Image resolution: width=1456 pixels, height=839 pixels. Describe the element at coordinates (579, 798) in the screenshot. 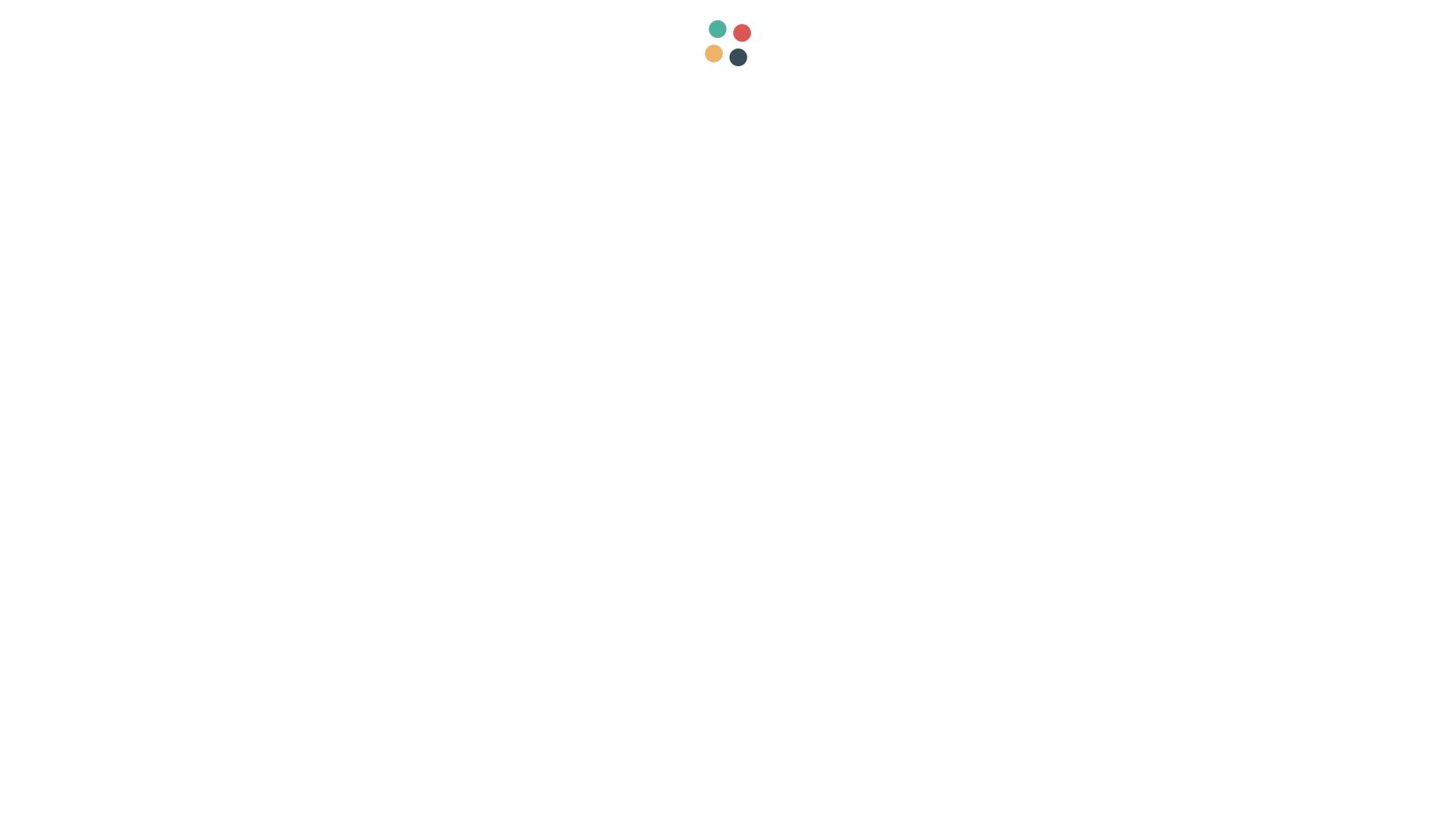

I see `'Questions and Answers, with prize draw to win an iPad Mini'` at that location.